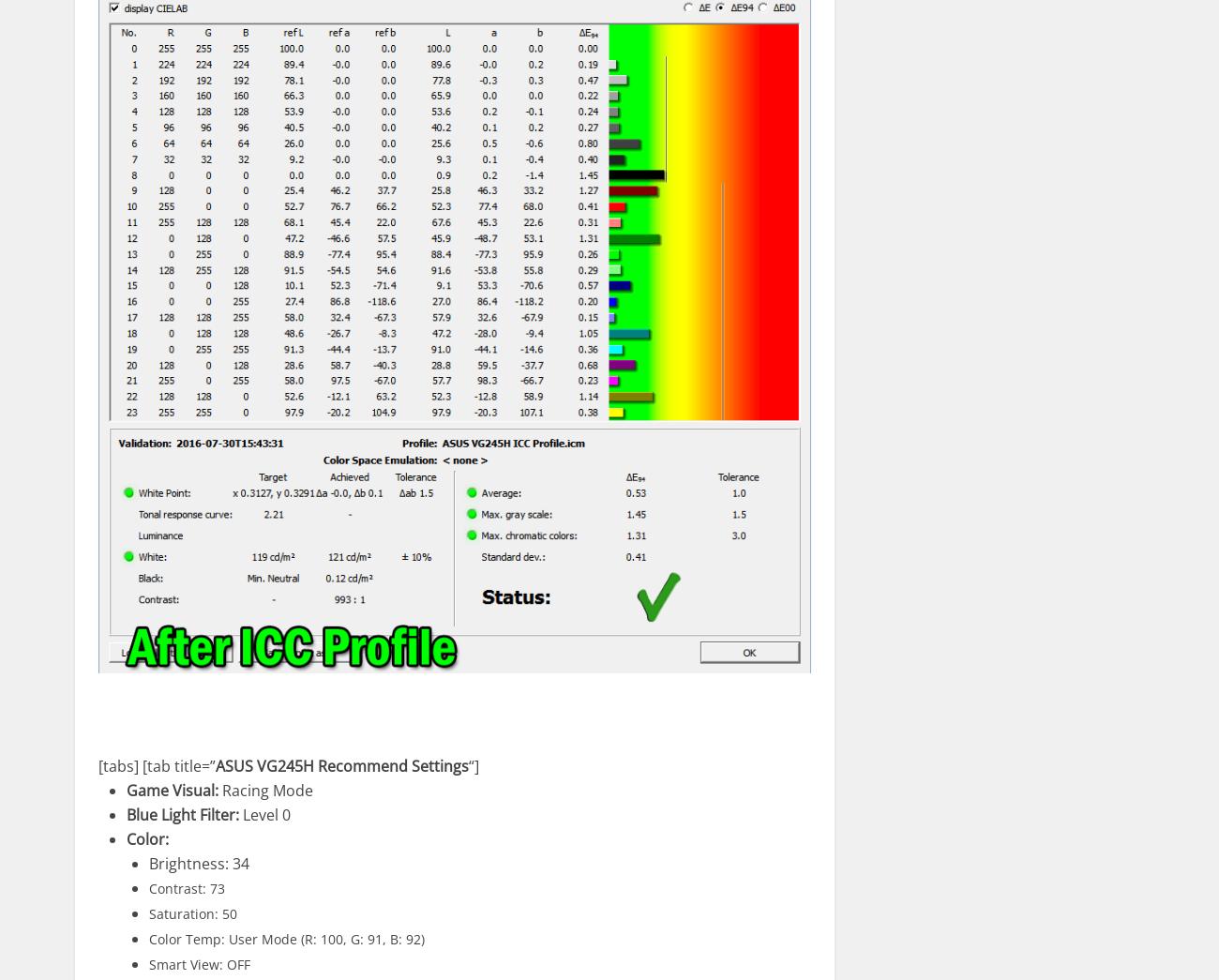 The width and height of the screenshot is (1219, 980). I want to click on 'Blue Light Filter:', so click(183, 812).